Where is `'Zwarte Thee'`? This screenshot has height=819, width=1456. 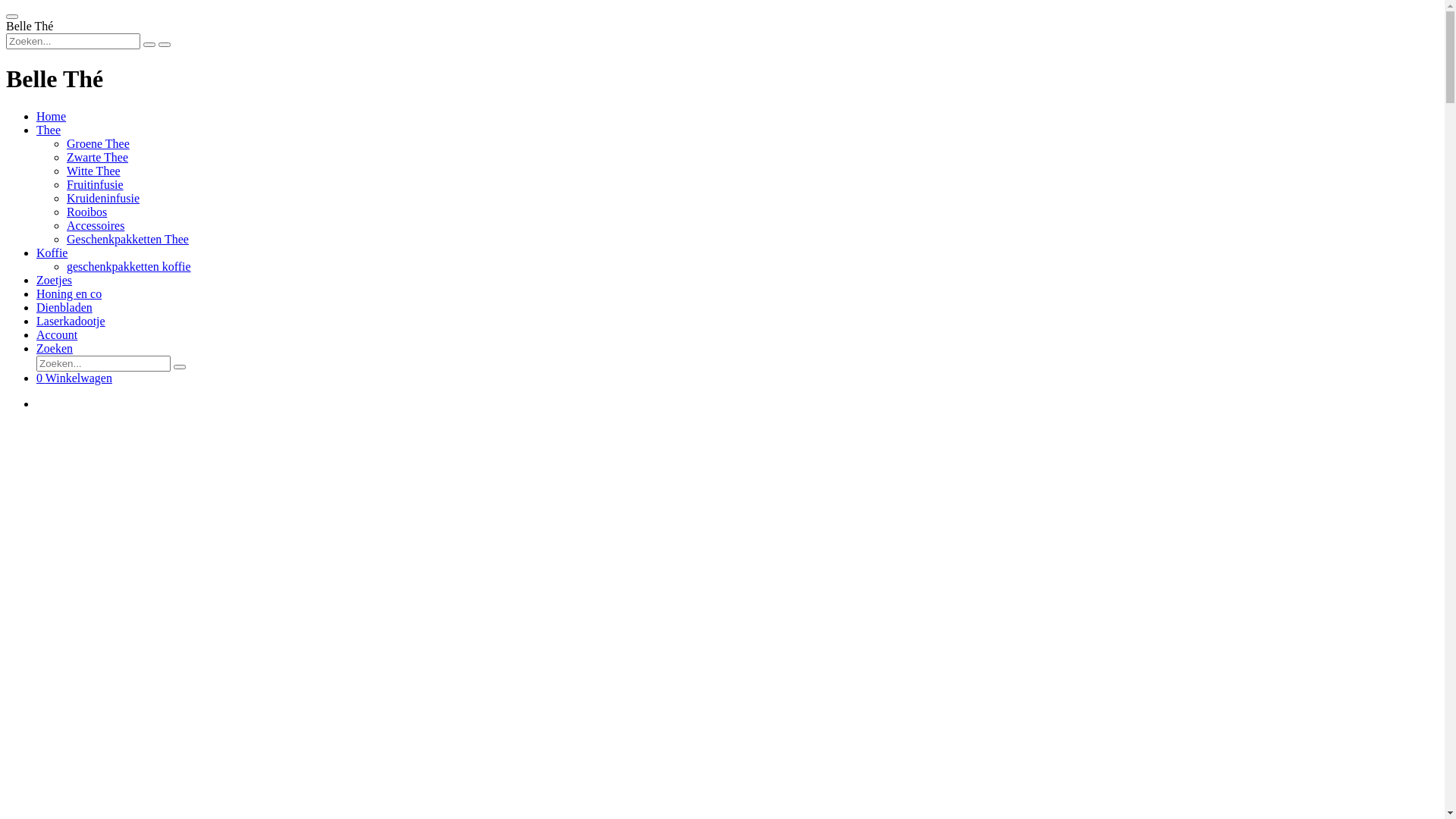 'Zwarte Thee' is located at coordinates (96, 157).